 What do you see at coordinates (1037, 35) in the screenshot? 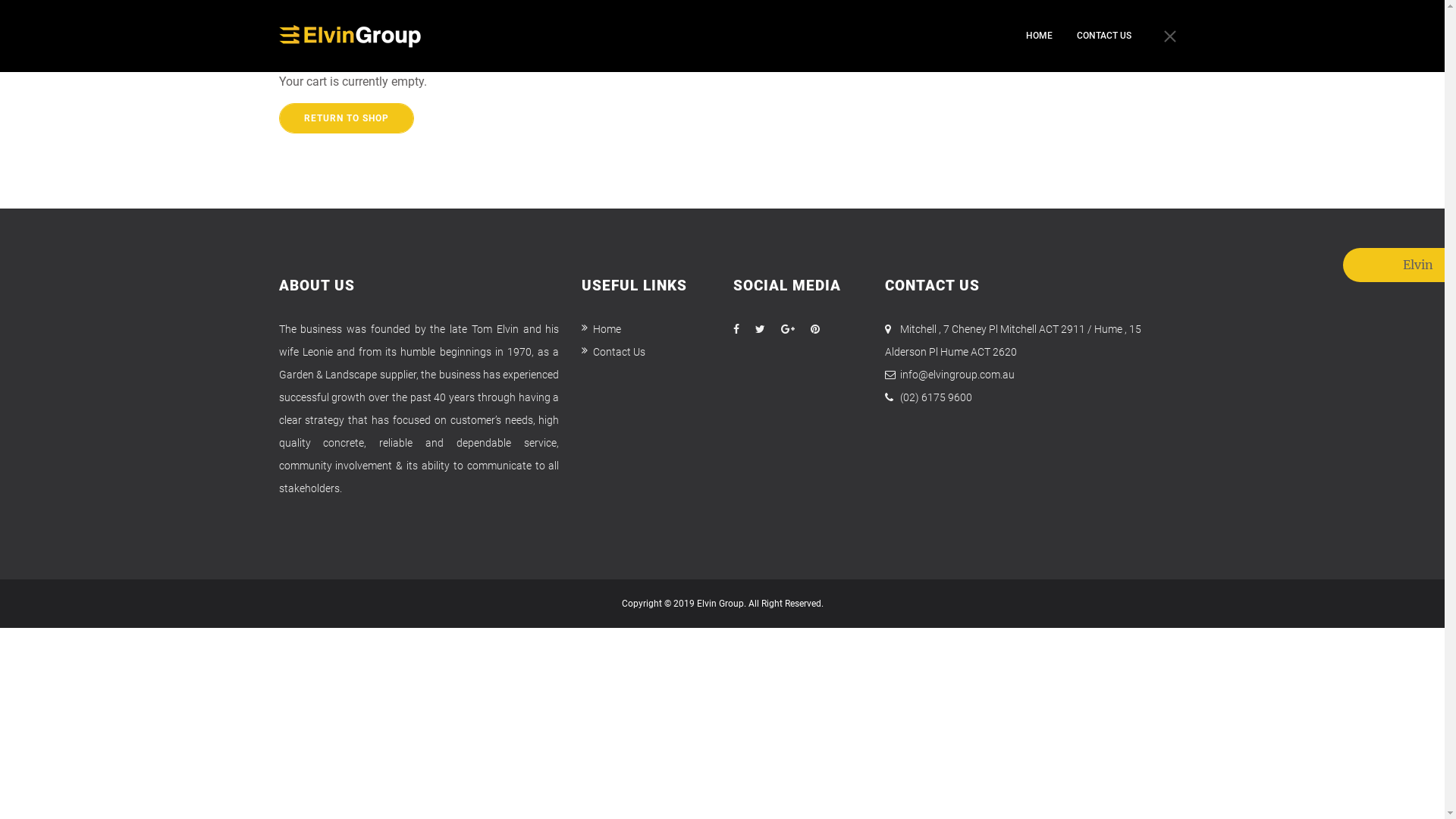
I see `'HOME'` at bounding box center [1037, 35].